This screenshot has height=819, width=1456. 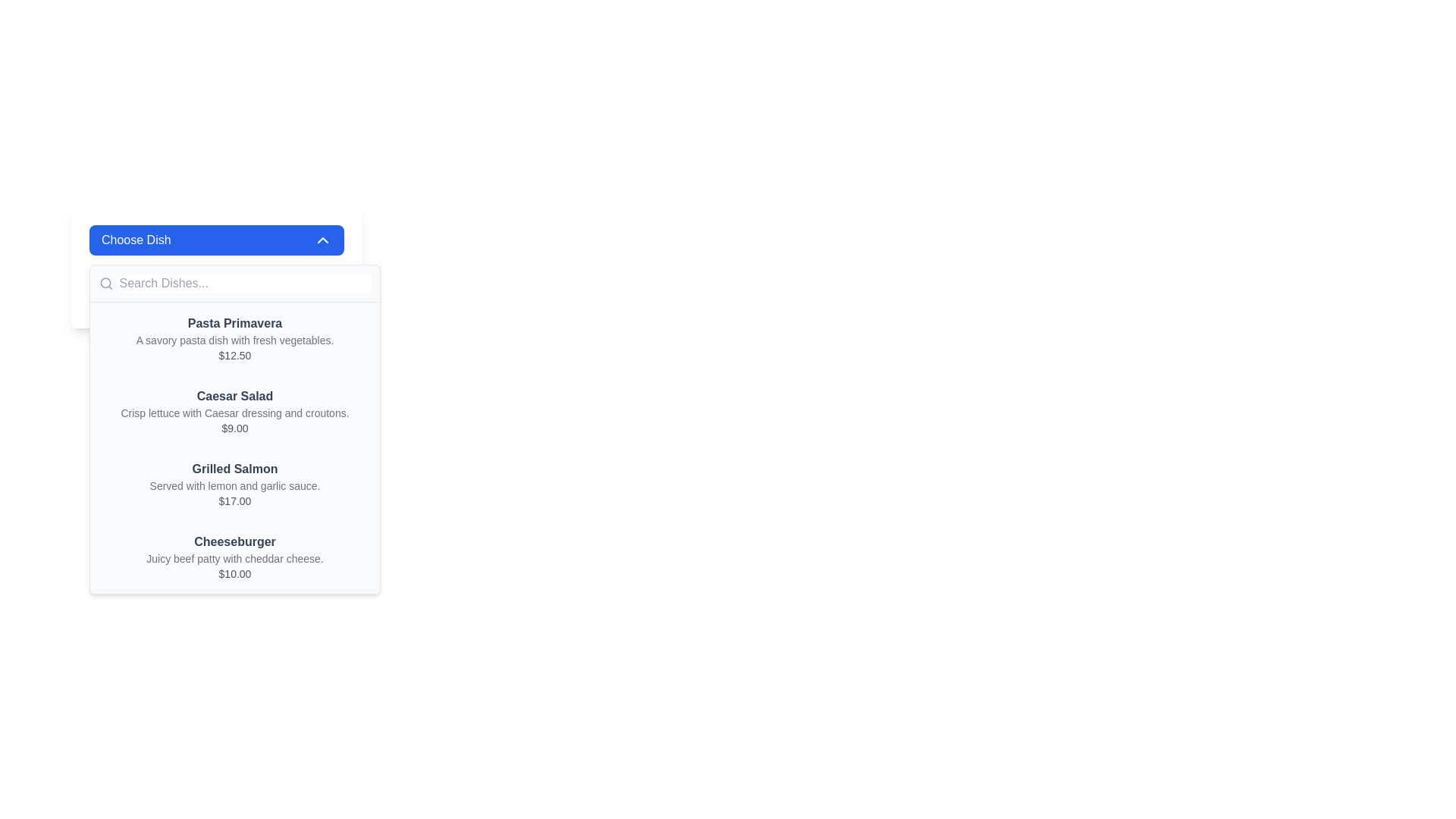 What do you see at coordinates (234, 428) in the screenshot?
I see `the Text label displaying the price of the dish 'Caesar Salad'` at bounding box center [234, 428].